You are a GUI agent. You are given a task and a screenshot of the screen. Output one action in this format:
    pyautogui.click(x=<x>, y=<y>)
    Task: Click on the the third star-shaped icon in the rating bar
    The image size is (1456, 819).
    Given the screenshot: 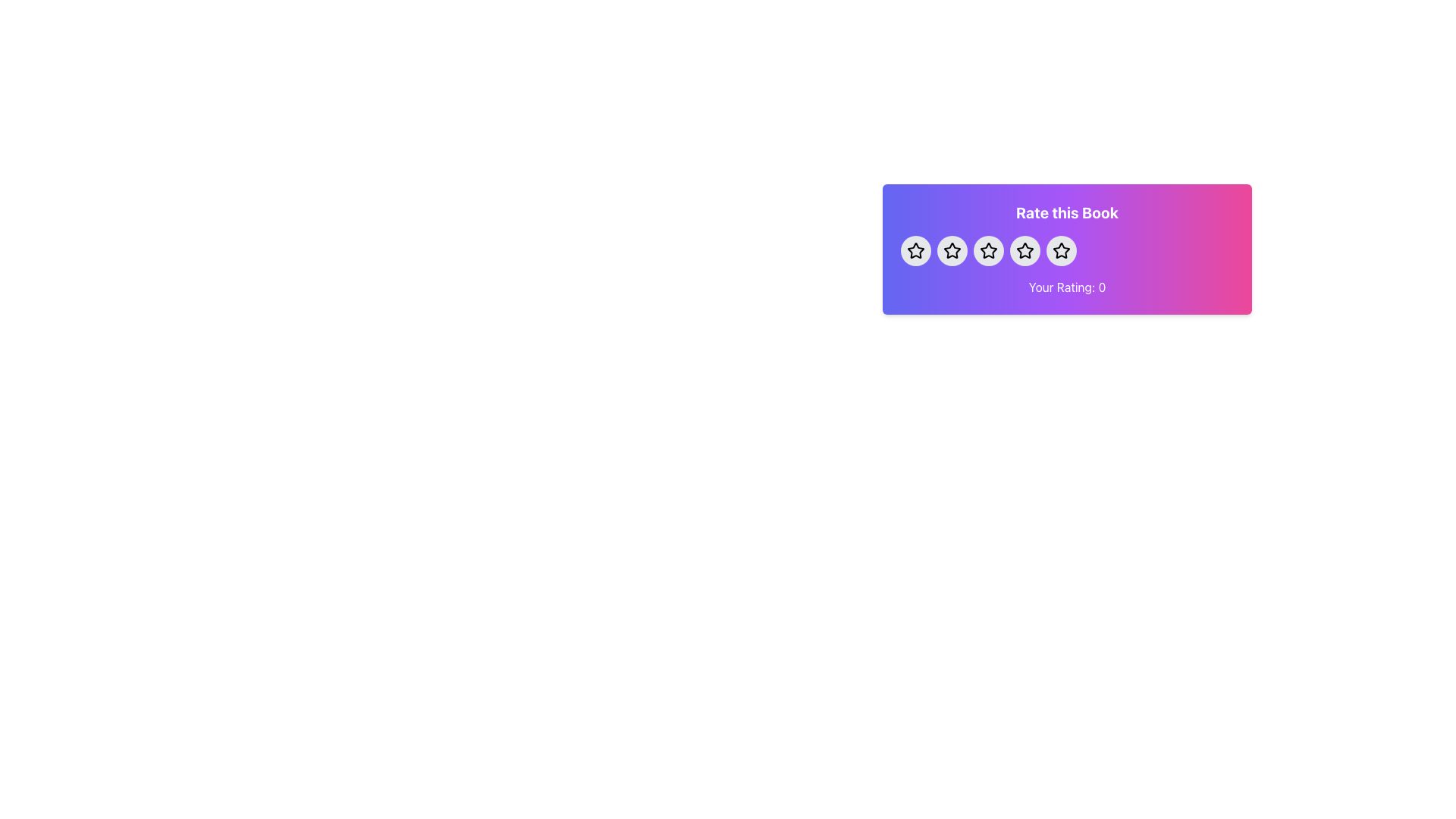 What is the action you would take?
    pyautogui.click(x=989, y=250)
    